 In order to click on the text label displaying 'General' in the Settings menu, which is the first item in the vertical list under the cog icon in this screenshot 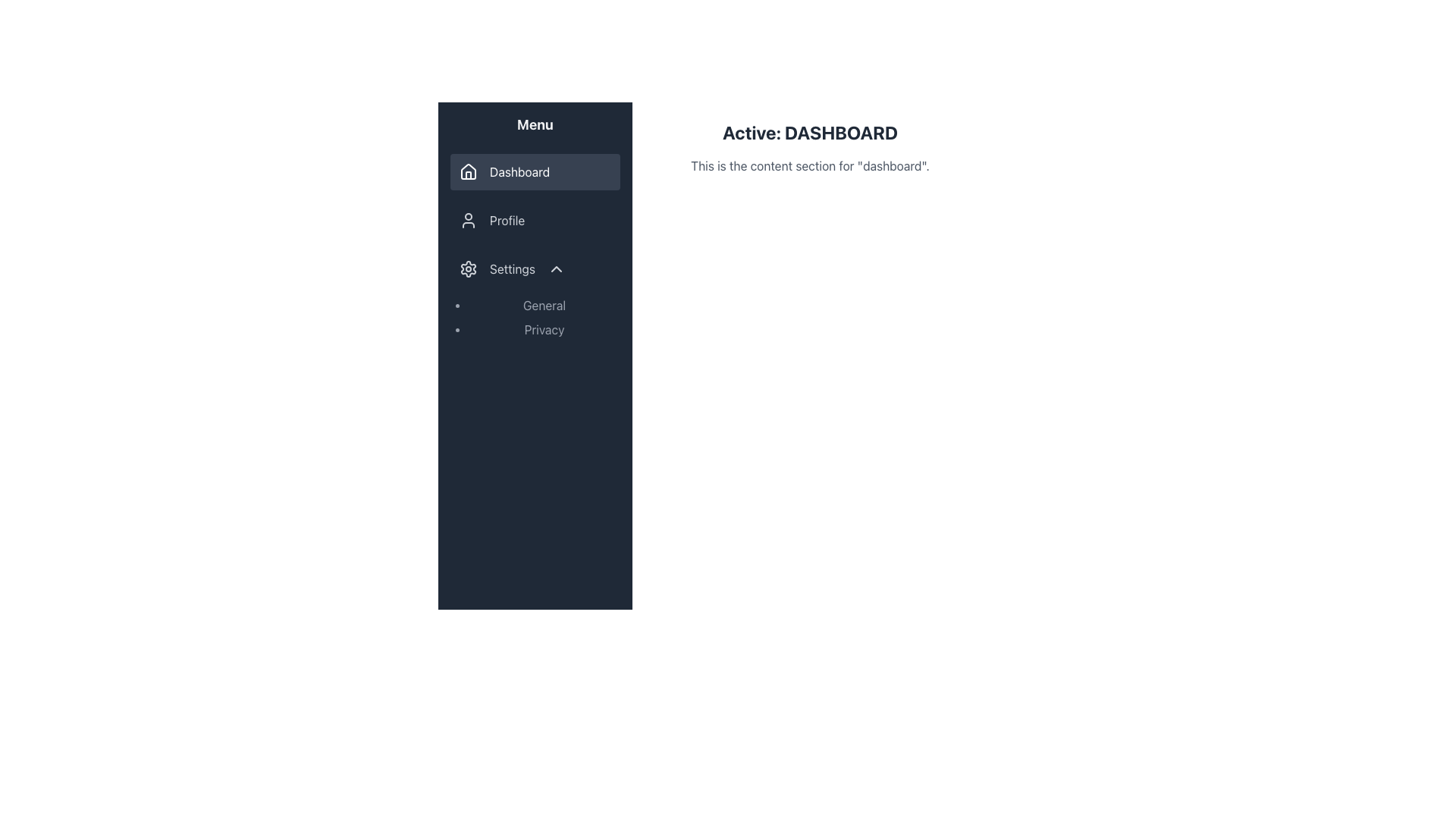, I will do `click(544, 305)`.